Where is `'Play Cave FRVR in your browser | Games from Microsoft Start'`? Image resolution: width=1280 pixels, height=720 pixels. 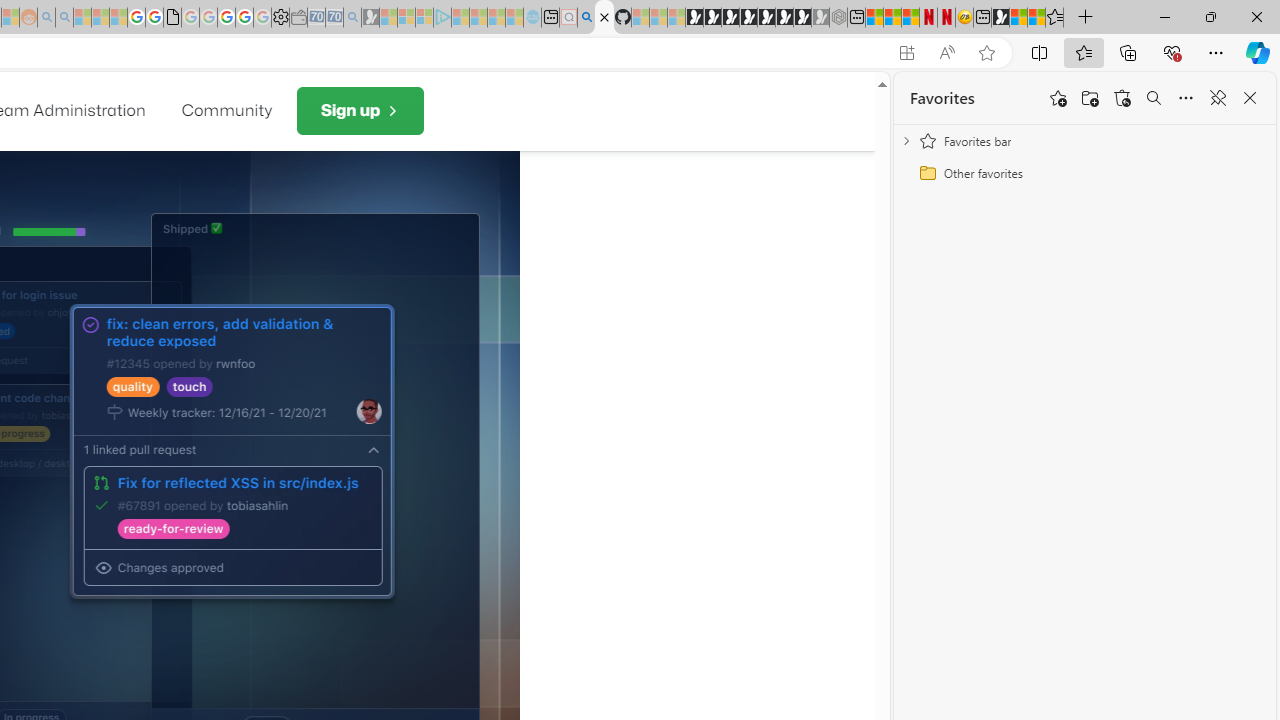
'Play Cave FRVR in your browser | Games from Microsoft Start' is located at coordinates (729, 17).